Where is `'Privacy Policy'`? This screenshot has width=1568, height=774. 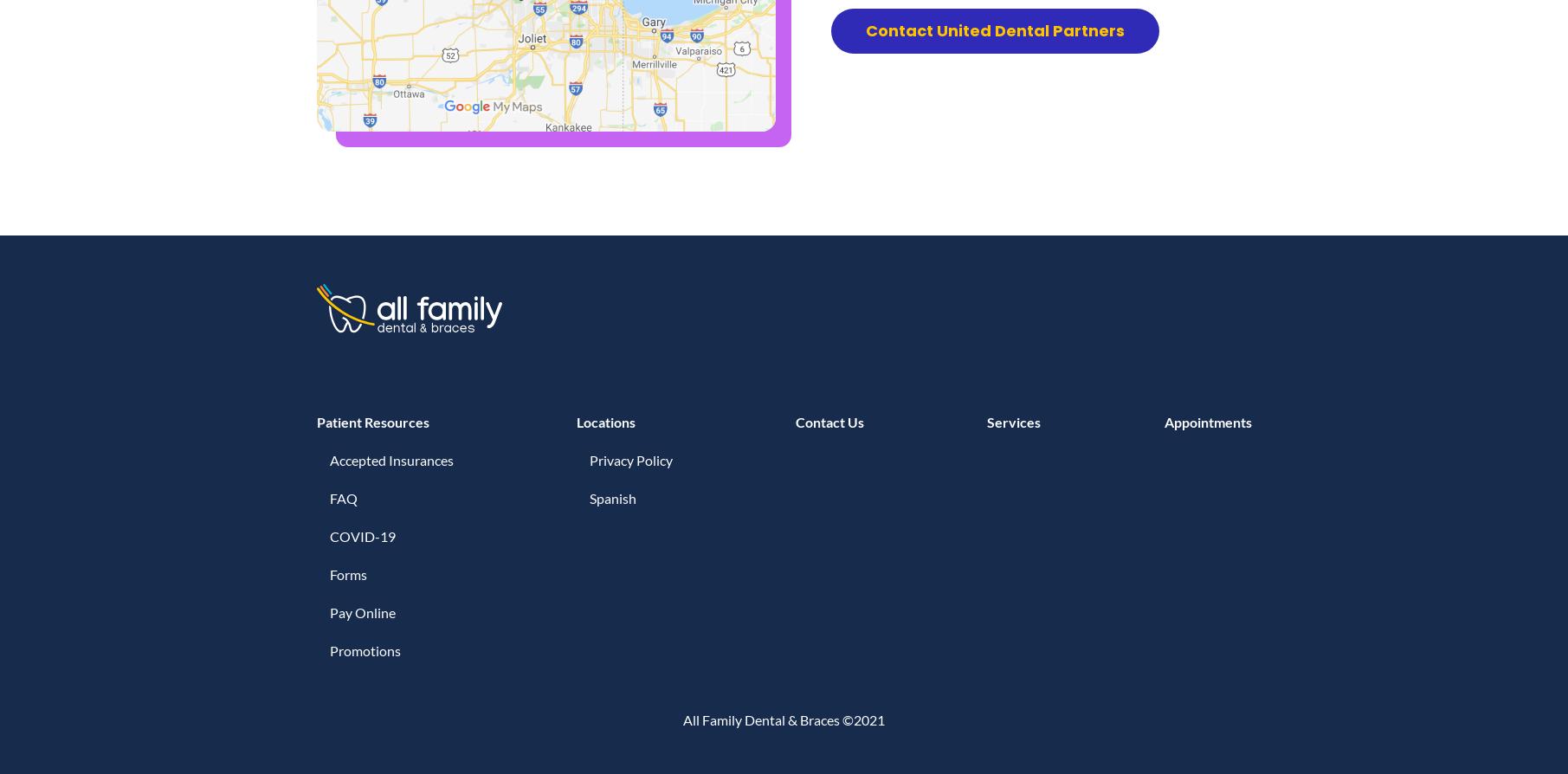 'Privacy Policy' is located at coordinates (629, 460).